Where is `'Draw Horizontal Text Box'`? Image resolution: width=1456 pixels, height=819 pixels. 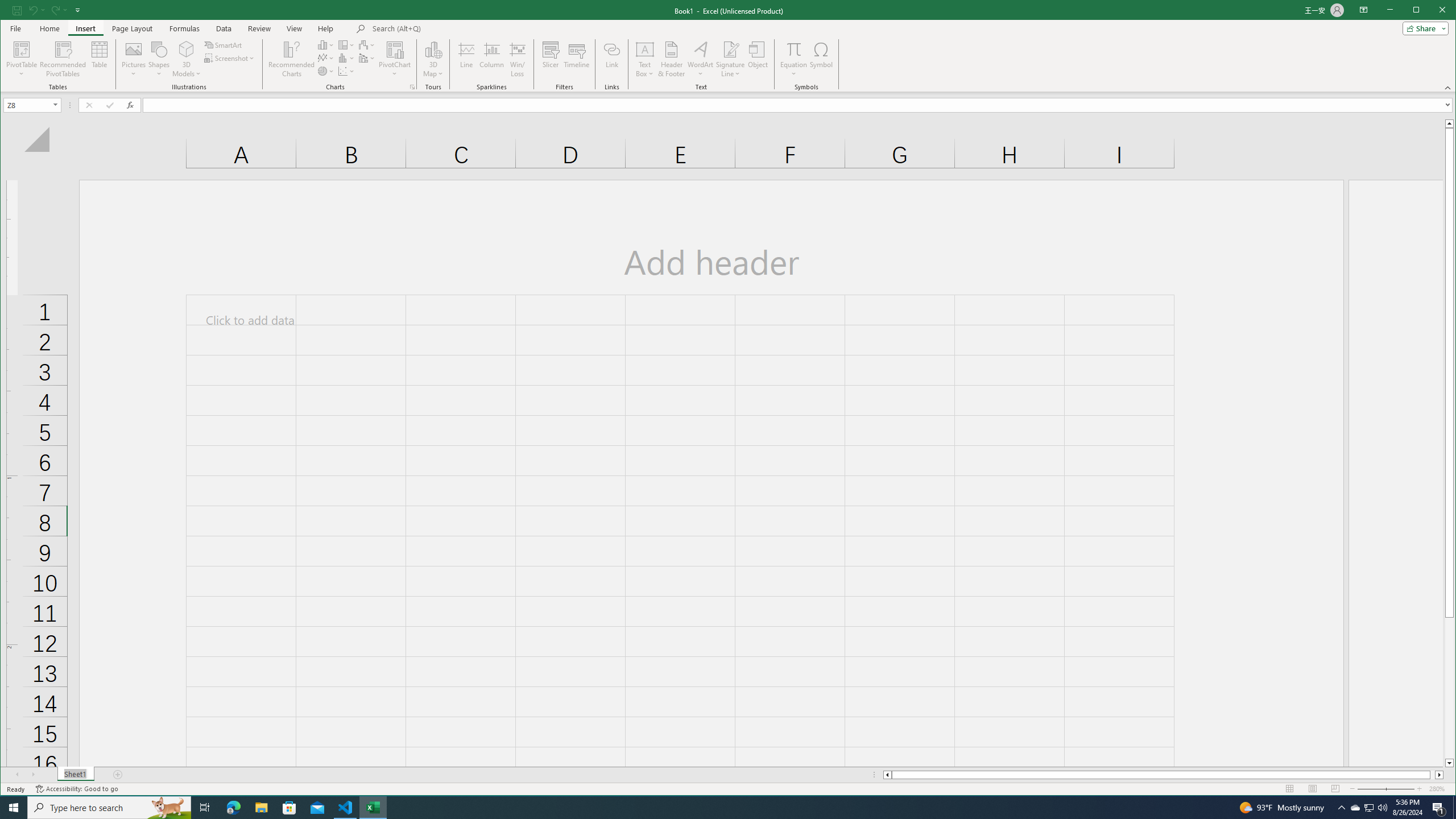 'Draw Horizontal Text Box' is located at coordinates (644, 48).